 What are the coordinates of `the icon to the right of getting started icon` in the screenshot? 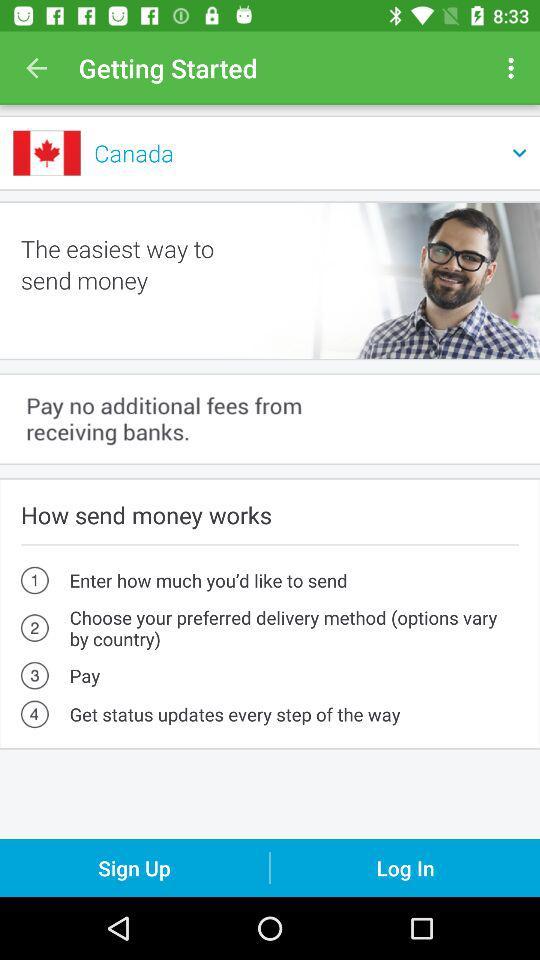 It's located at (513, 68).